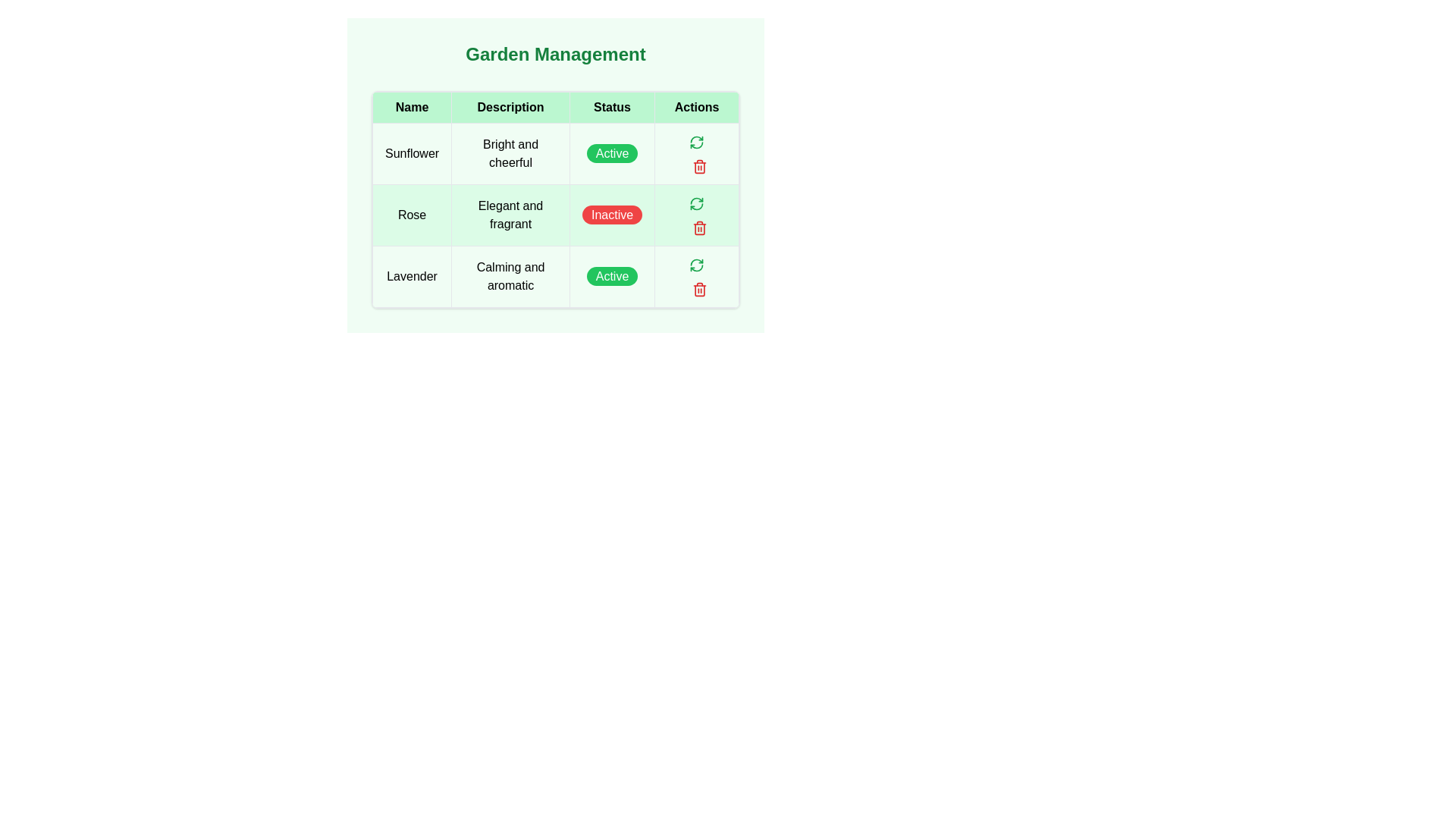 Image resolution: width=1456 pixels, height=819 pixels. I want to click on the 'Inactive' status label for the 'Rose' entry in the 'Garden Management' table, located in the second row of the status column, so click(612, 215).